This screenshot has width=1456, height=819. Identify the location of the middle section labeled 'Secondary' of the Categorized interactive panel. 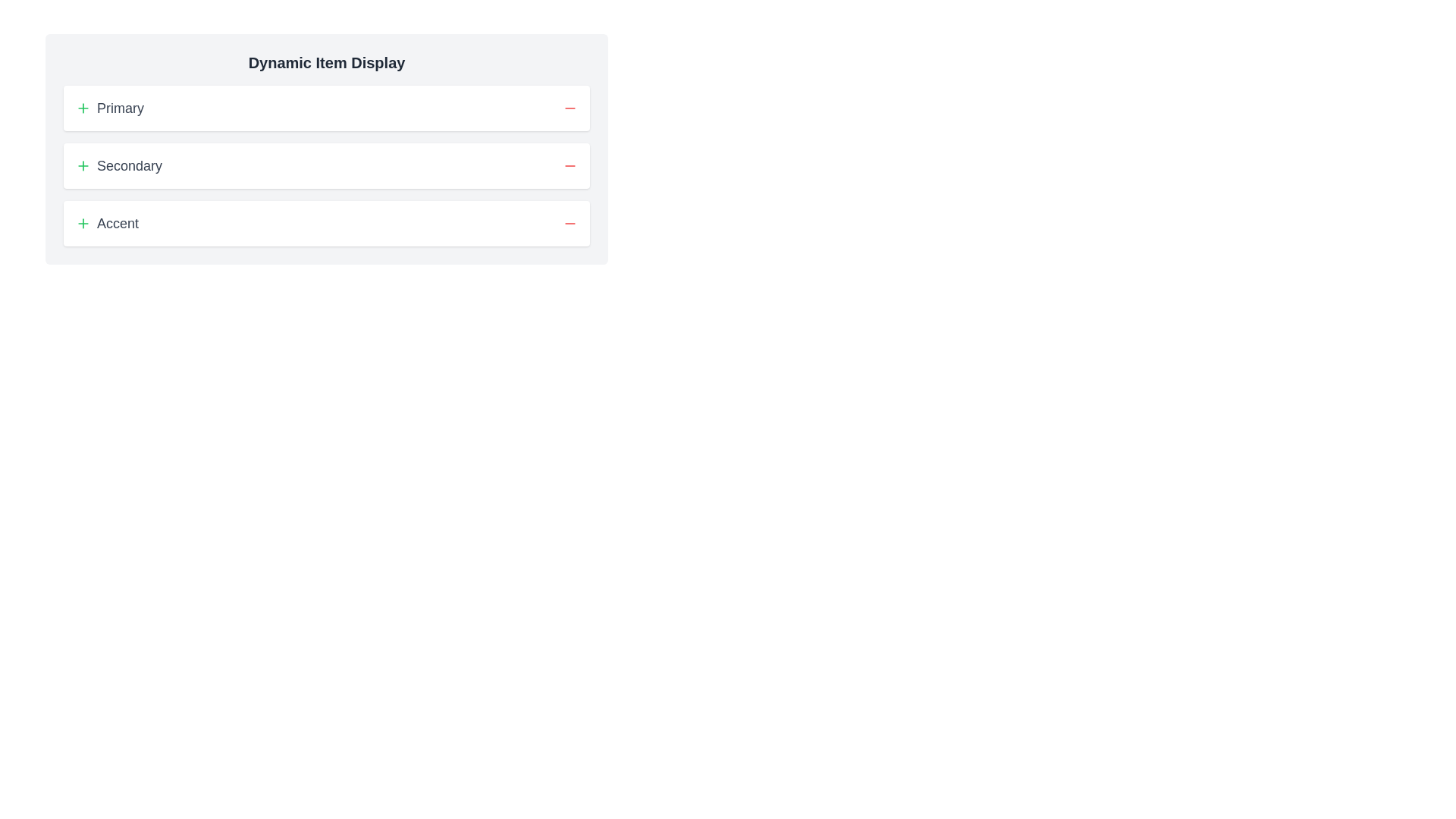
(326, 162).